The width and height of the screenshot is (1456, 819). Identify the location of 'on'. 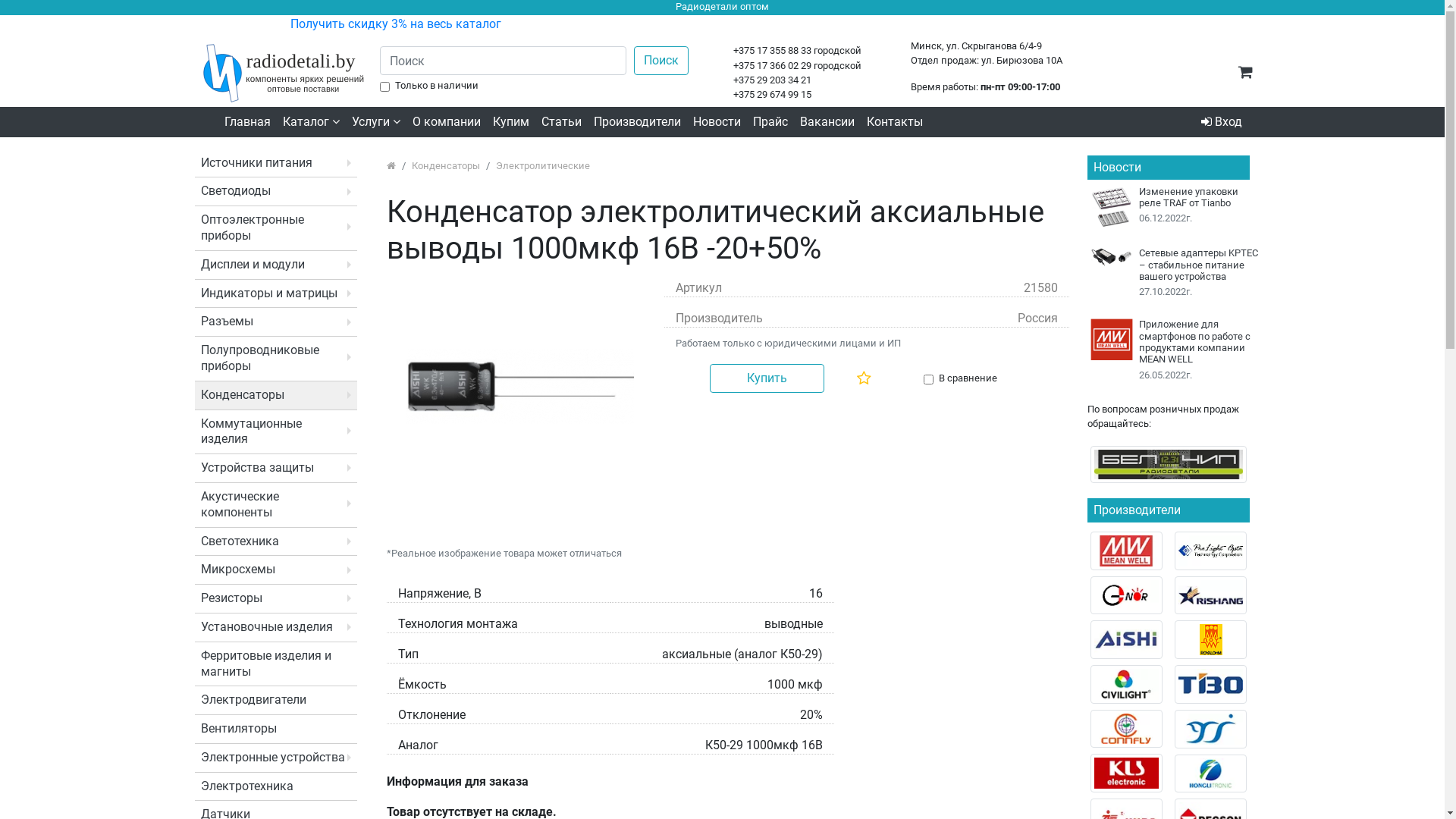
(923, 378).